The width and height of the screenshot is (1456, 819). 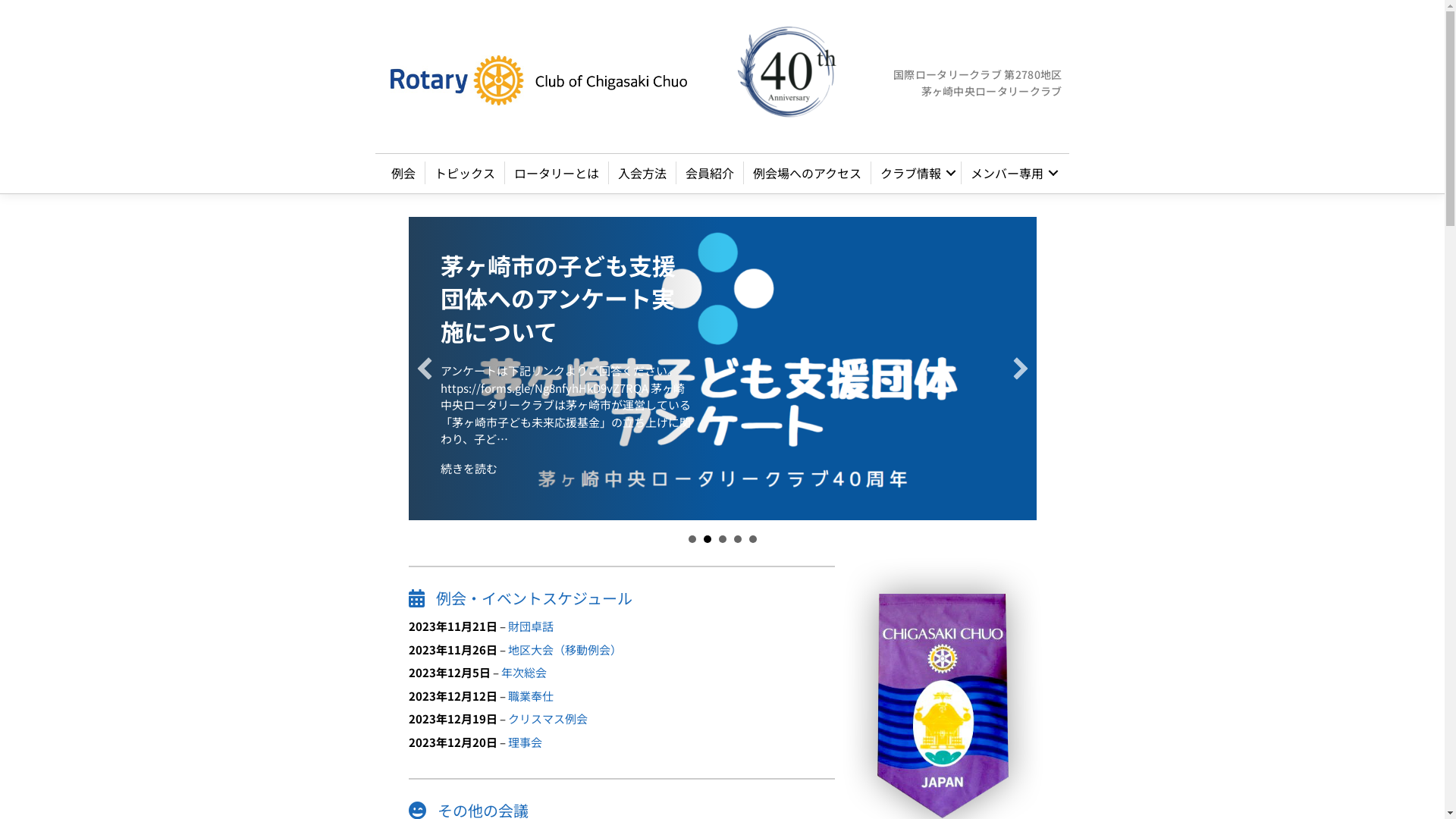 What do you see at coordinates (691, 538) in the screenshot?
I see `'1'` at bounding box center [691, 538].